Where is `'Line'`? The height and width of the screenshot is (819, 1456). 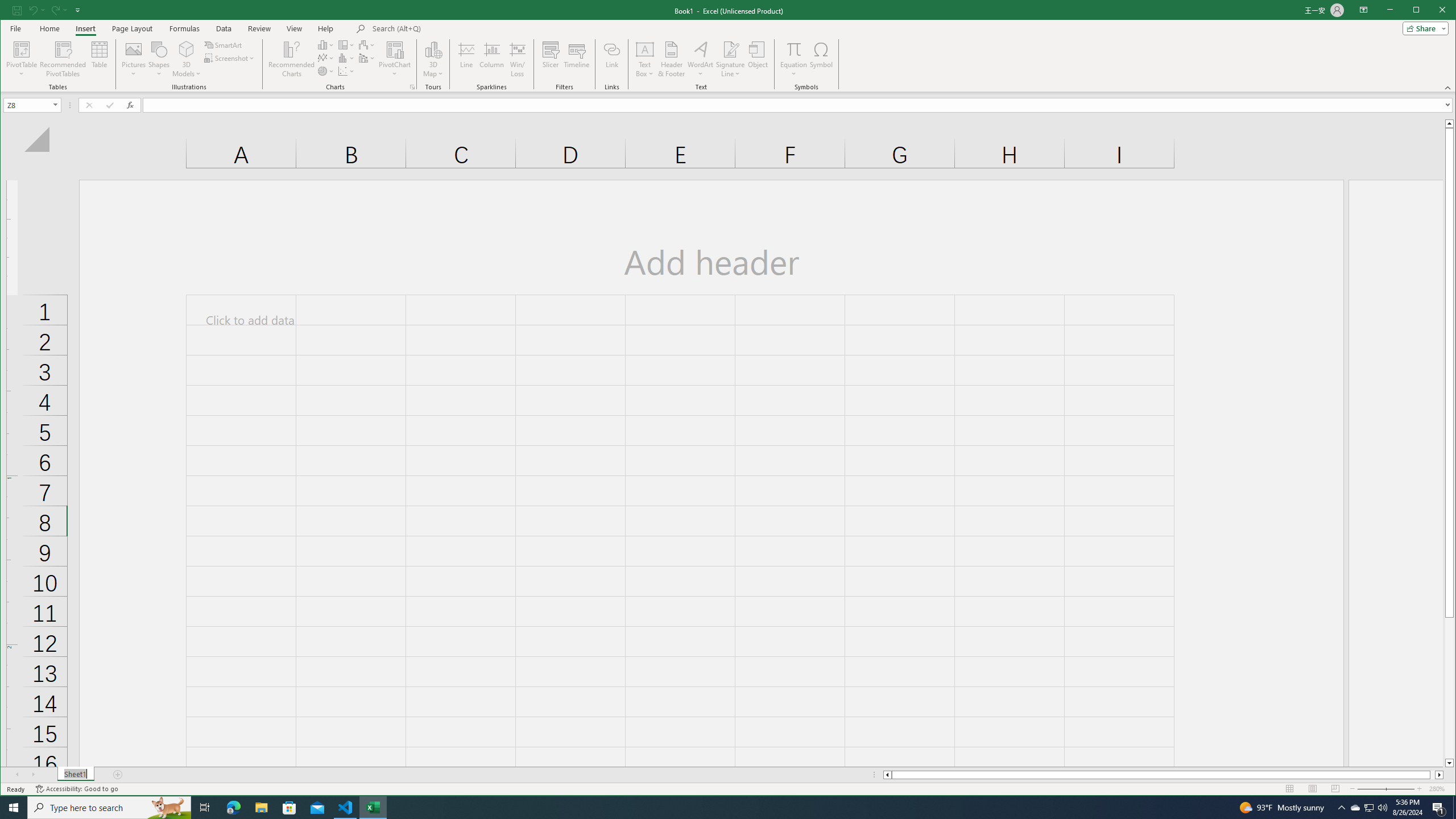
'Line' is located at coordinates (466, 59).